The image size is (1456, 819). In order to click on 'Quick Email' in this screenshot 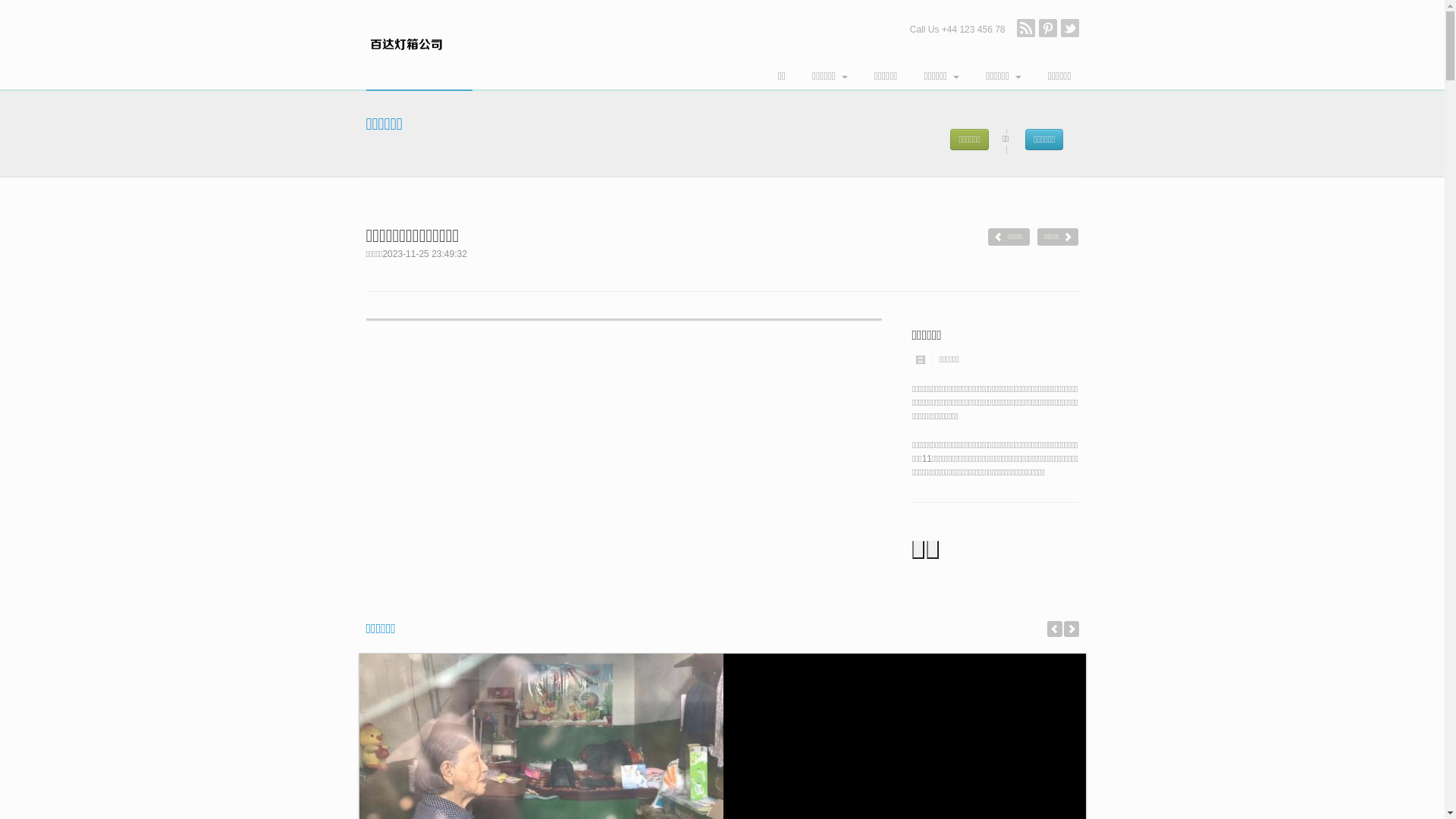, I will do `click(1047, 28)`.